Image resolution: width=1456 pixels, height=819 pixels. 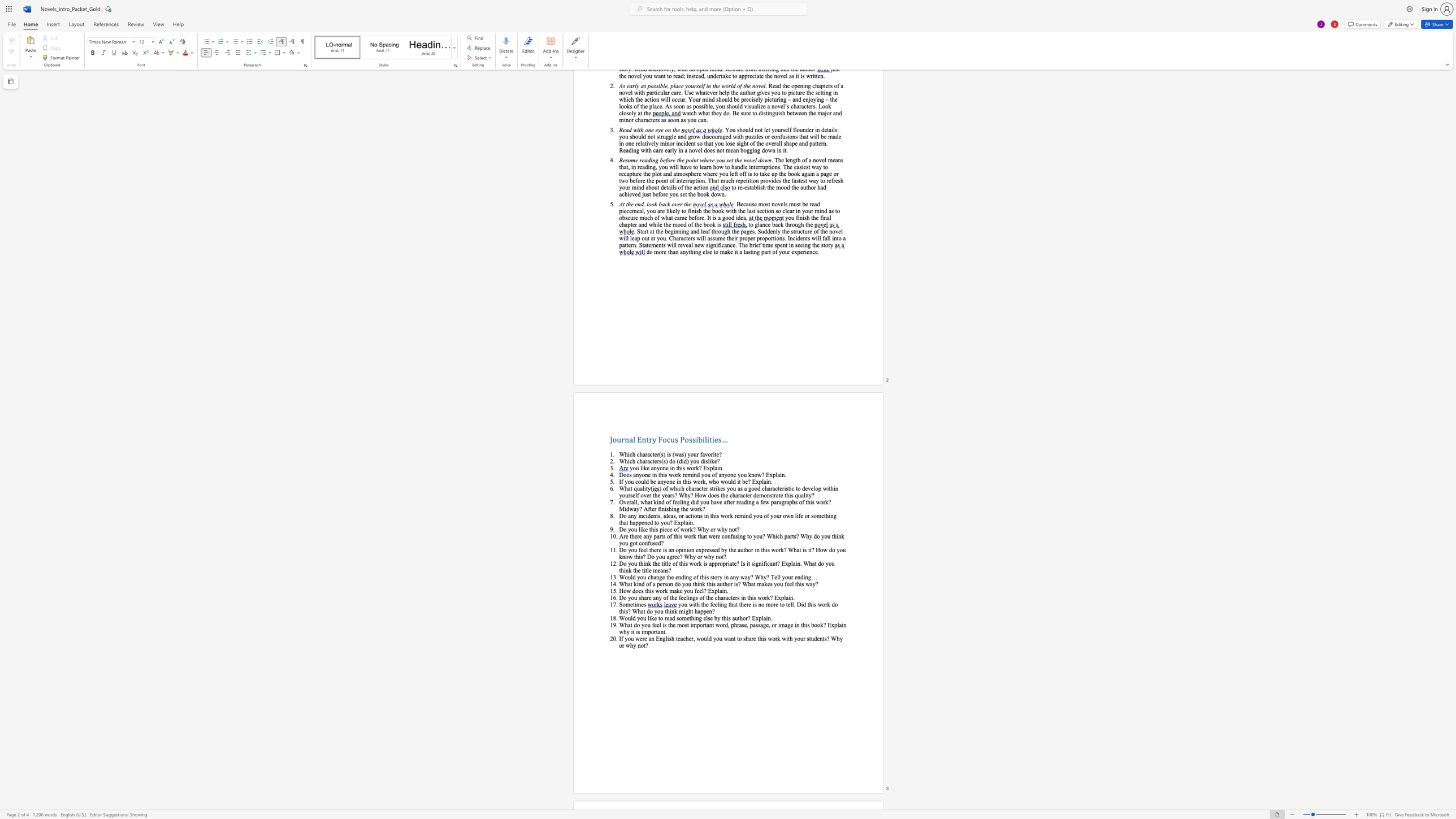 I want to click on the subset text "ithin yourself over the years? W" within the text ") of which character strikes you as a good characteristic to develop within yourself over the years? Why? How does the character", so click(x=826, y=488).